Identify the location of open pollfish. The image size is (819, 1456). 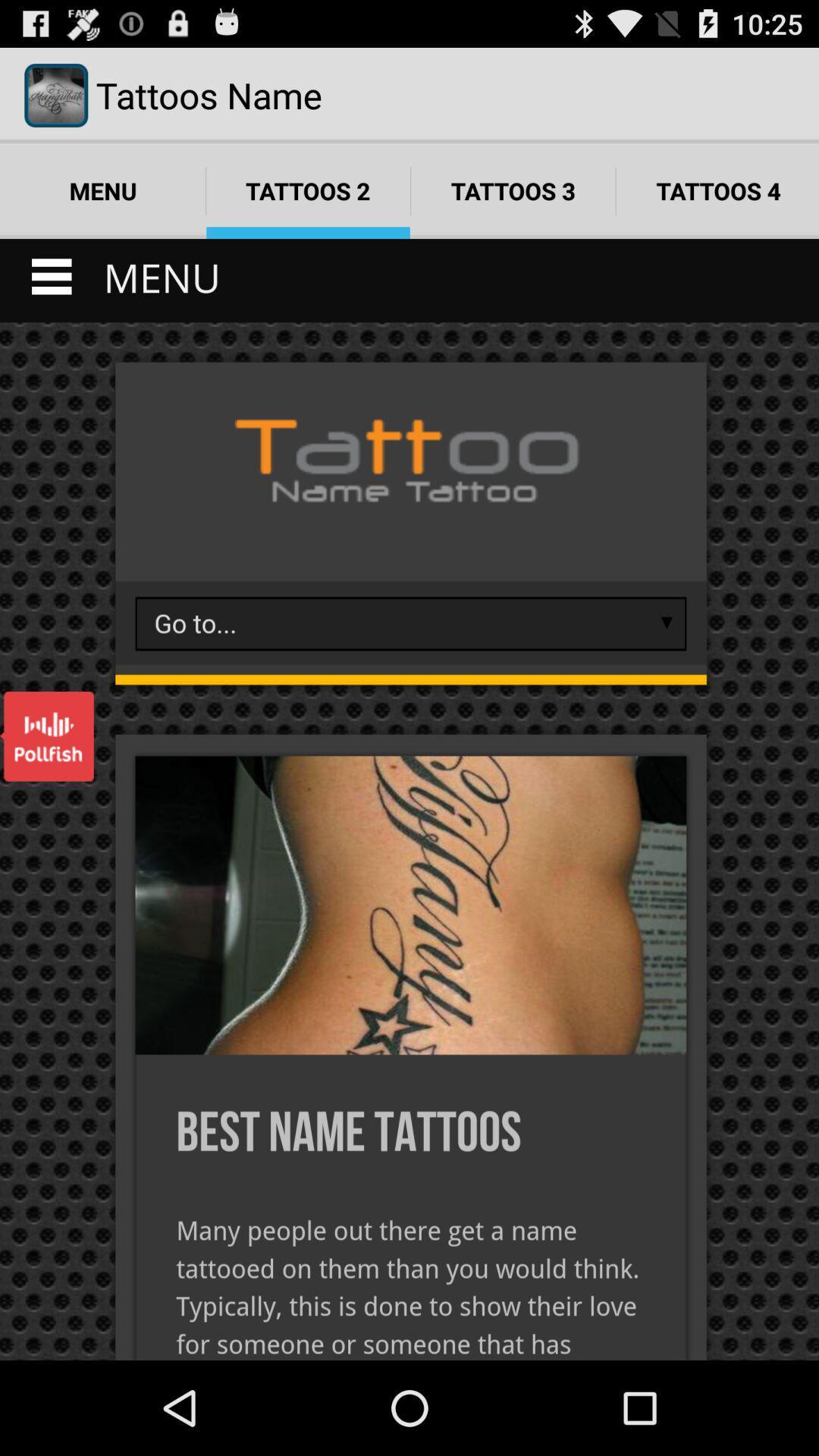
(45, 736).